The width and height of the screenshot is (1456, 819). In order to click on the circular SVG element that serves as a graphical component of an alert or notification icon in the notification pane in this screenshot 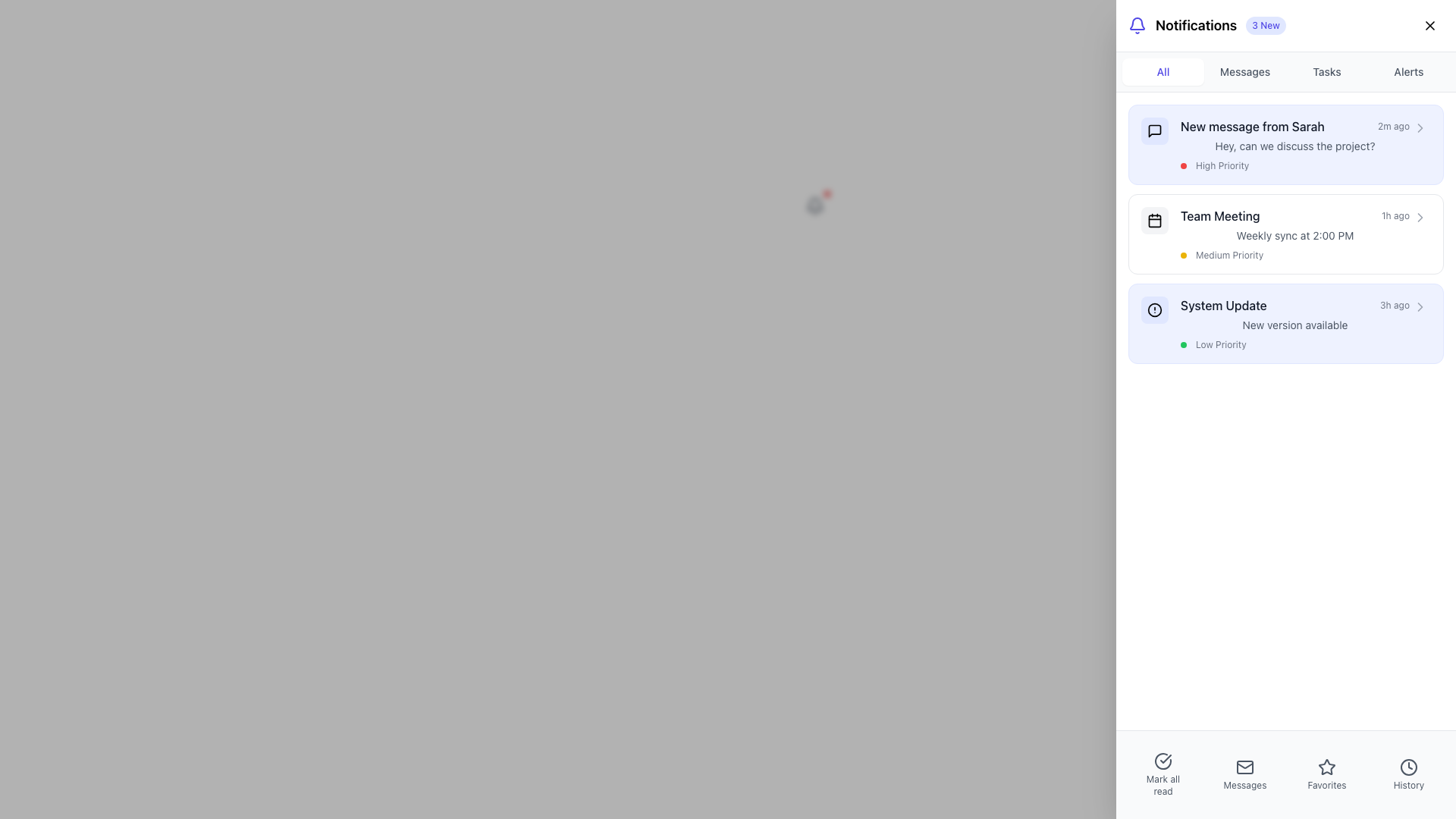, I will do `click(1153, 309)`.